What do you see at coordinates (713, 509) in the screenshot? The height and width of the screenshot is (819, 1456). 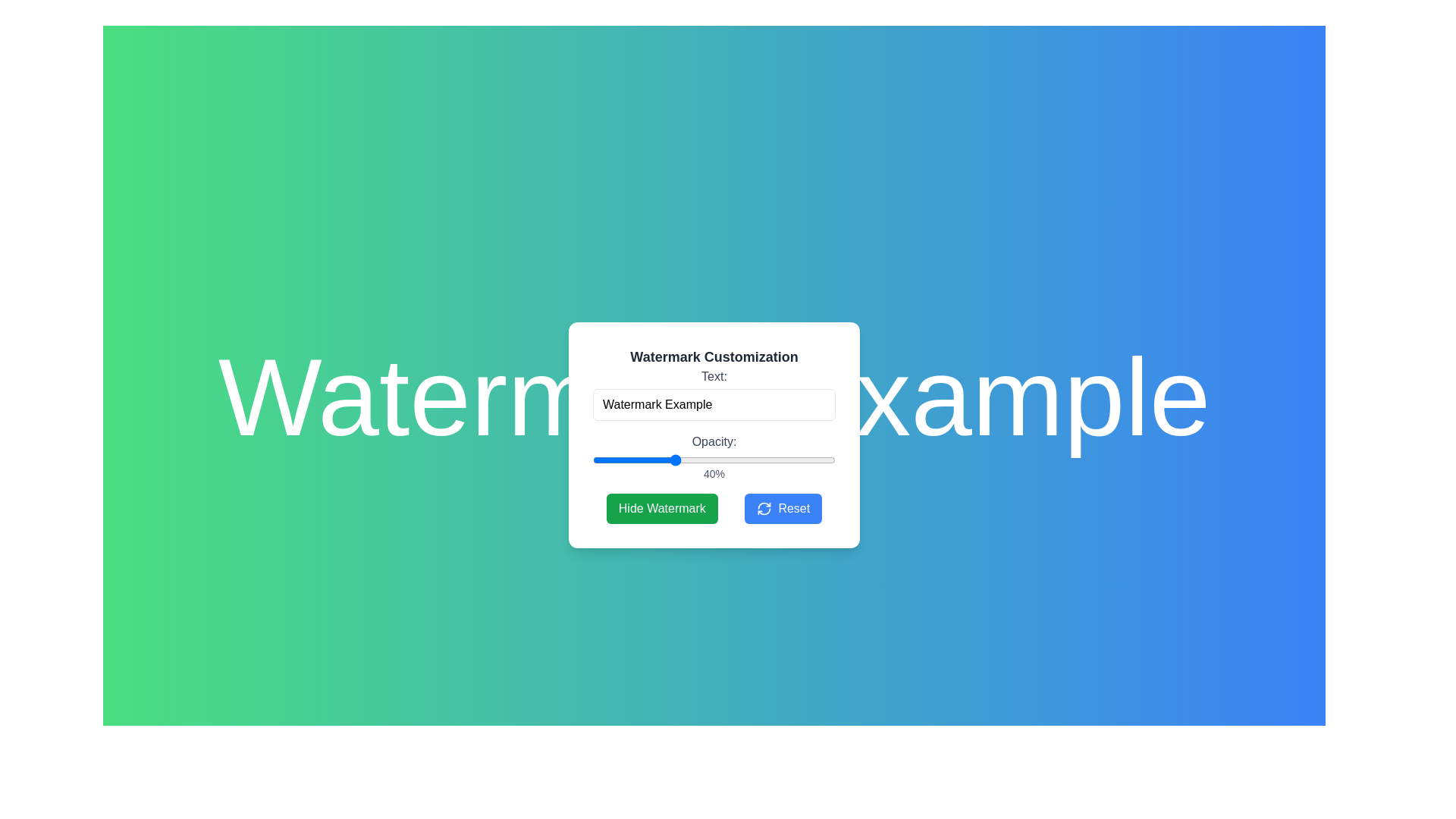 I see `the button labeled 'Hide Watermark' which has a green background and white text` at bounding box center [713, 509].